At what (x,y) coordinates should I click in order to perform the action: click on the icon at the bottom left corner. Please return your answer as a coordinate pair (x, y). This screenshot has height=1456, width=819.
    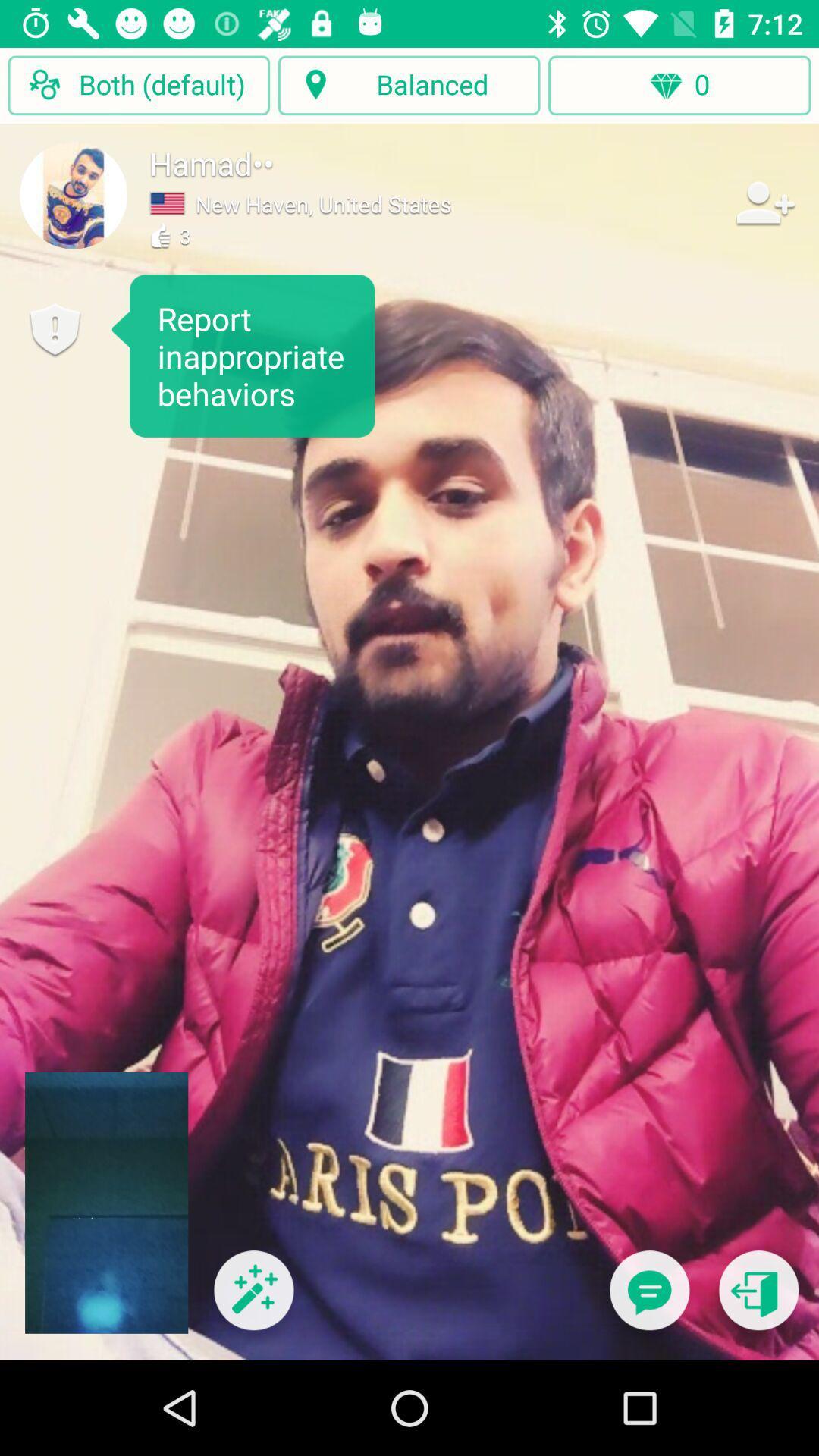
    Looking at the image, I should click on (253, 1299).